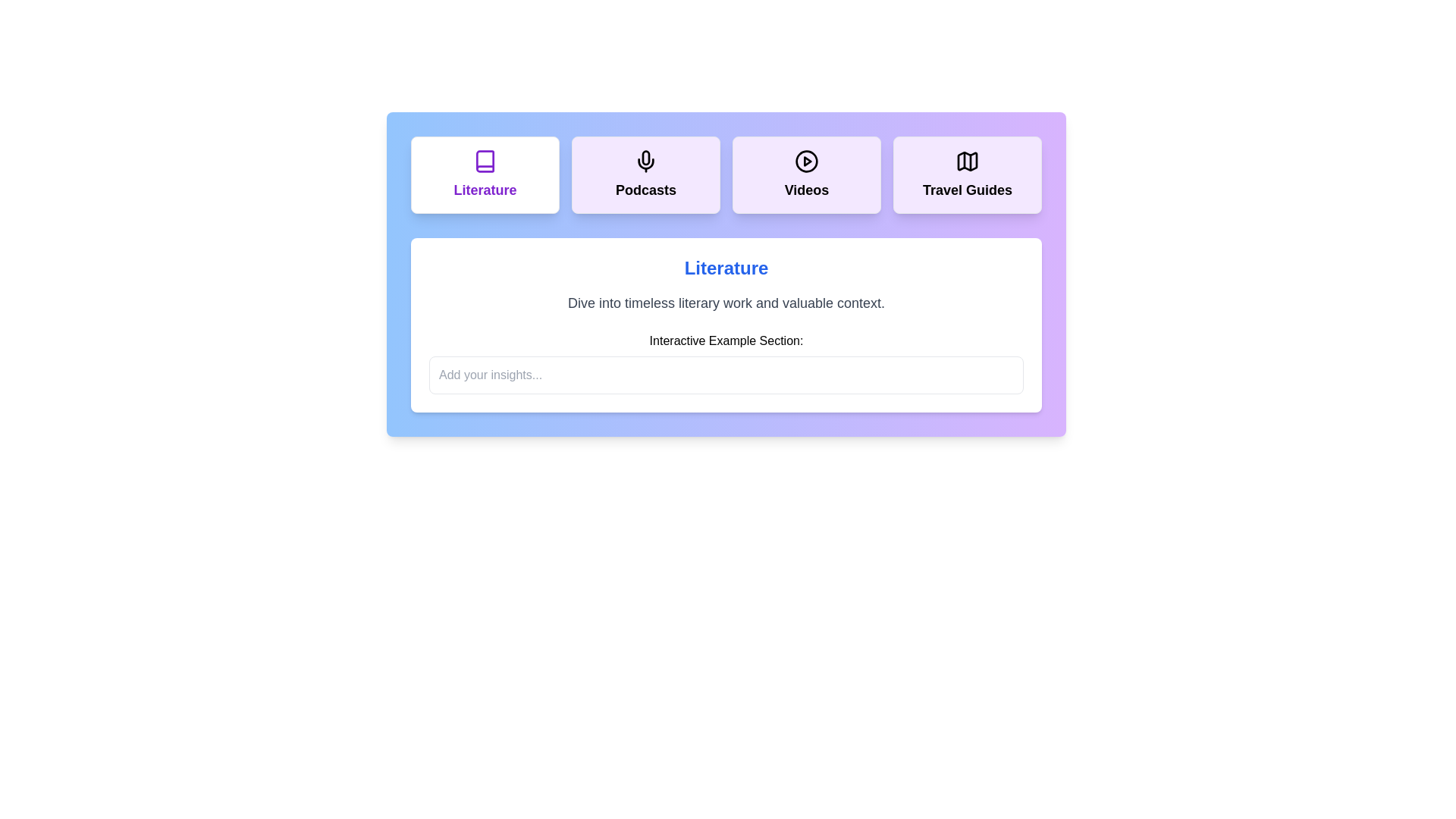 This screenshot has width=1456, height=819. Describe the element at coordinates (645, 174) in the screenshot. I see `the tab titled 'Podcasts'` at that location.